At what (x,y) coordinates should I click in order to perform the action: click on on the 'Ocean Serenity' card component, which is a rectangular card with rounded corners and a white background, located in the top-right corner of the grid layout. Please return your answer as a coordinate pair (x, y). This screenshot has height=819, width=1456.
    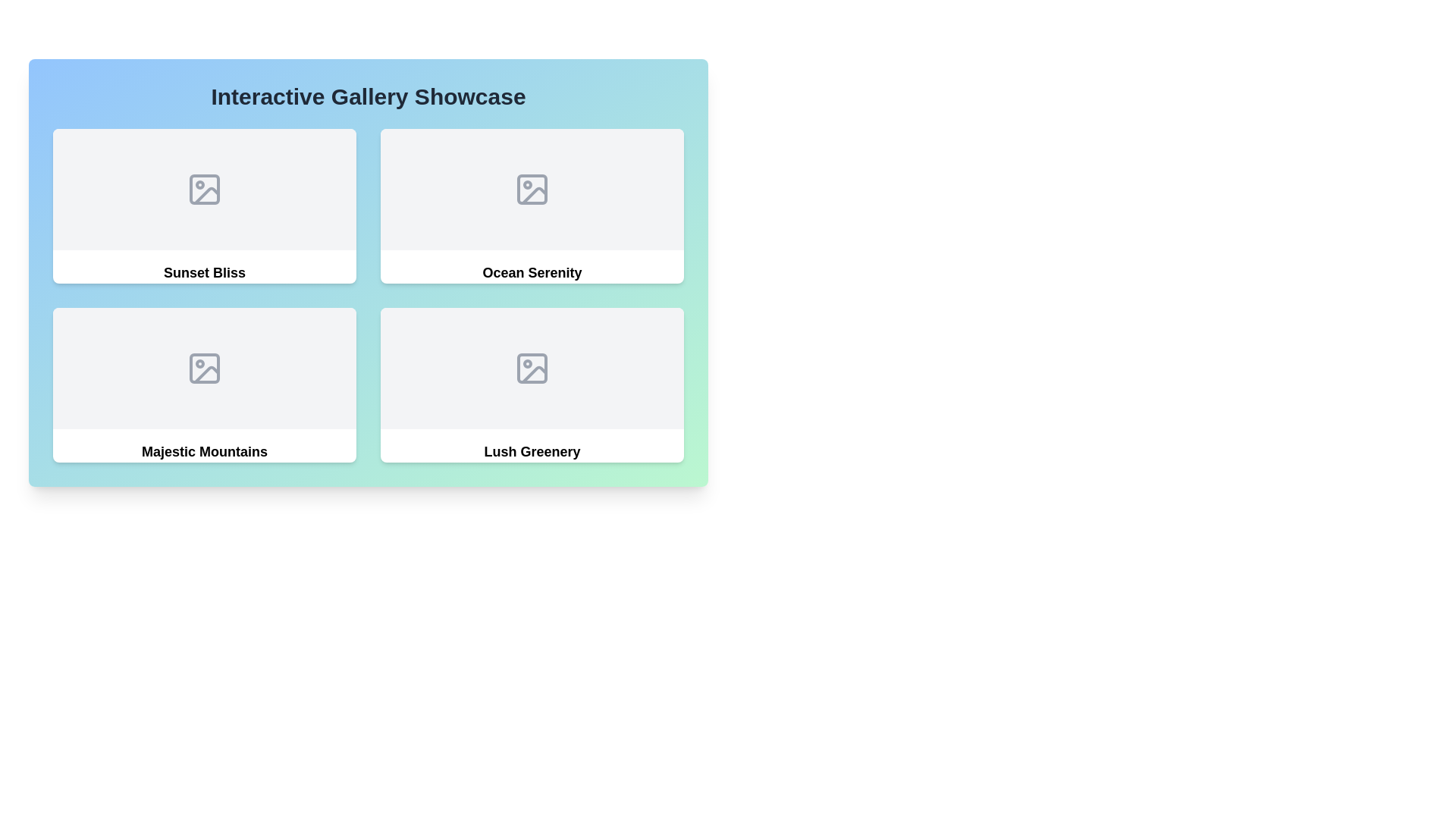
    Looking at the image, I should click on (532, 206).